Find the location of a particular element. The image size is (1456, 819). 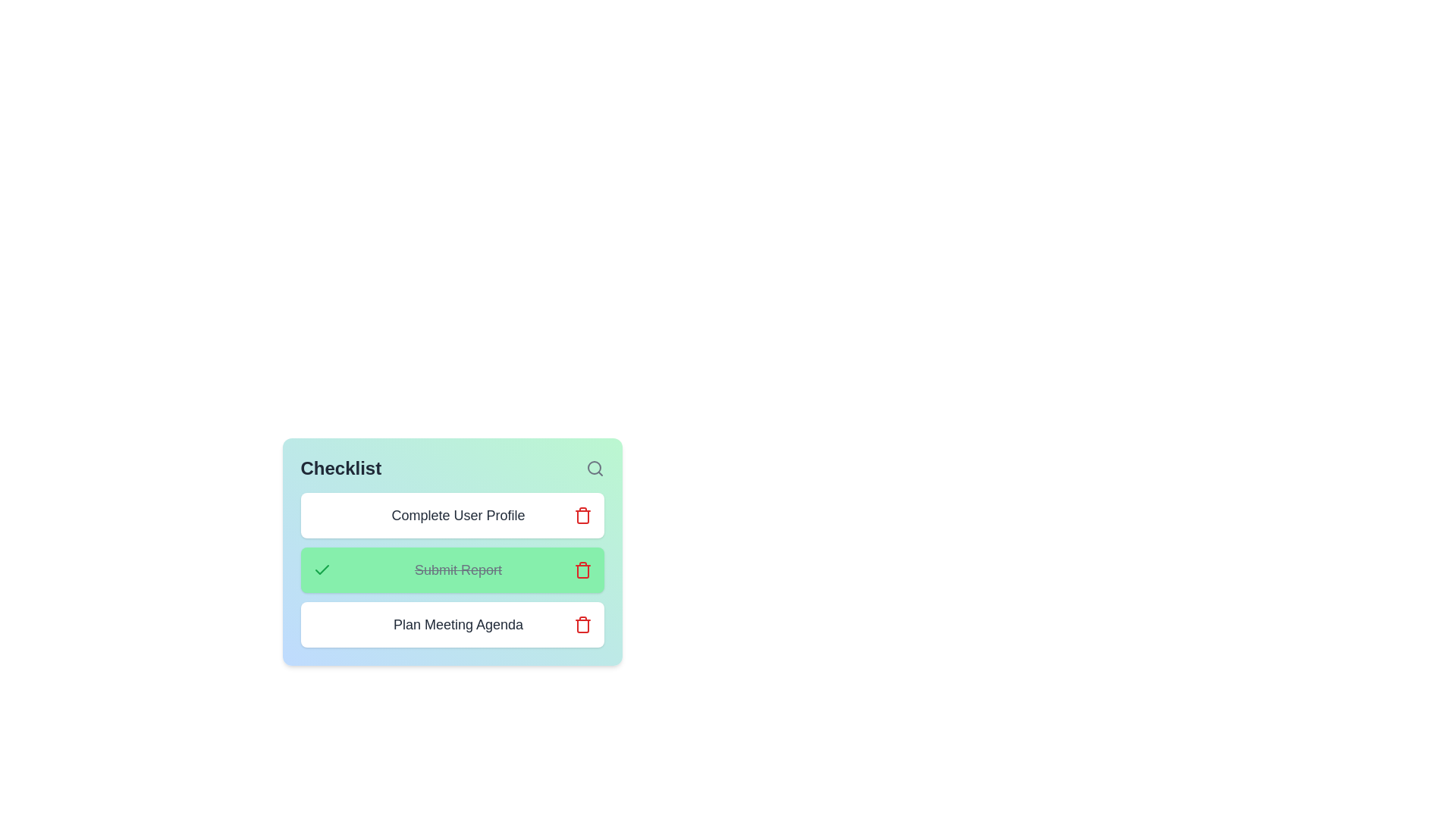

the search icon to initiate the search functionality is located at coordinates (594, 467).